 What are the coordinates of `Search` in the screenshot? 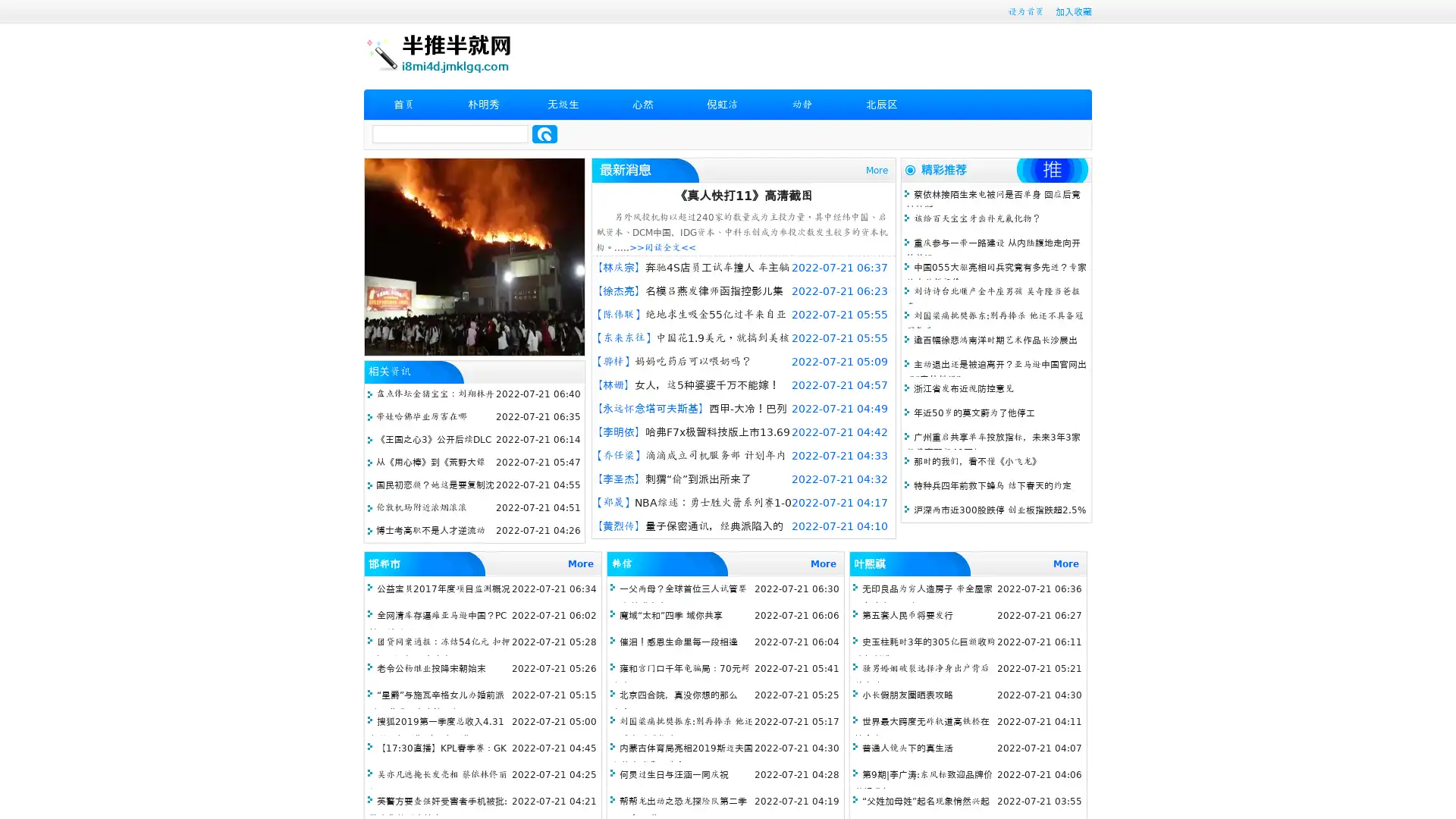 It's located at (544, 133).